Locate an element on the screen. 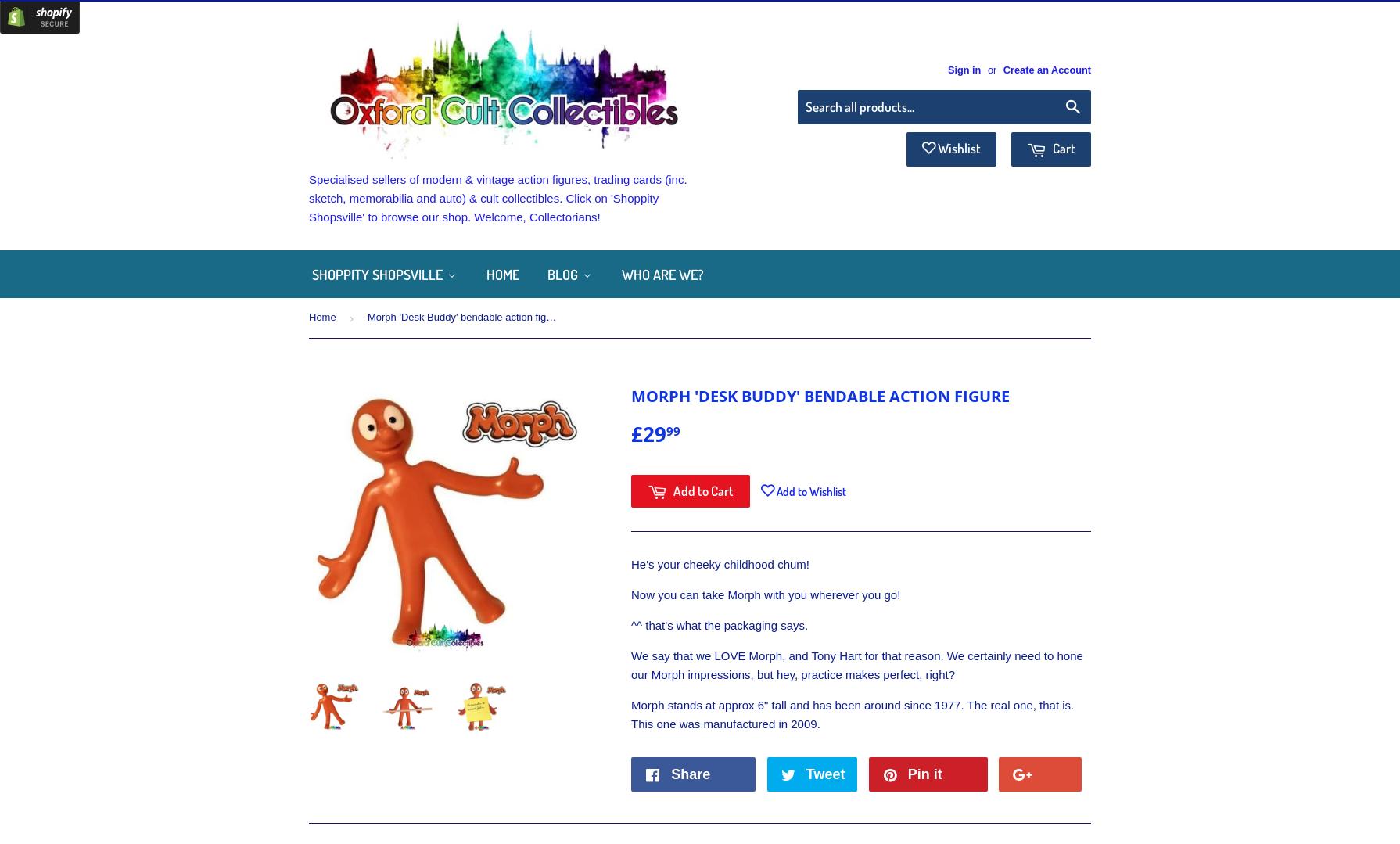 This screenshot has height=844, width=1400. 'He's your cheeky childhood chum!' is located at coordinates (630, 563).